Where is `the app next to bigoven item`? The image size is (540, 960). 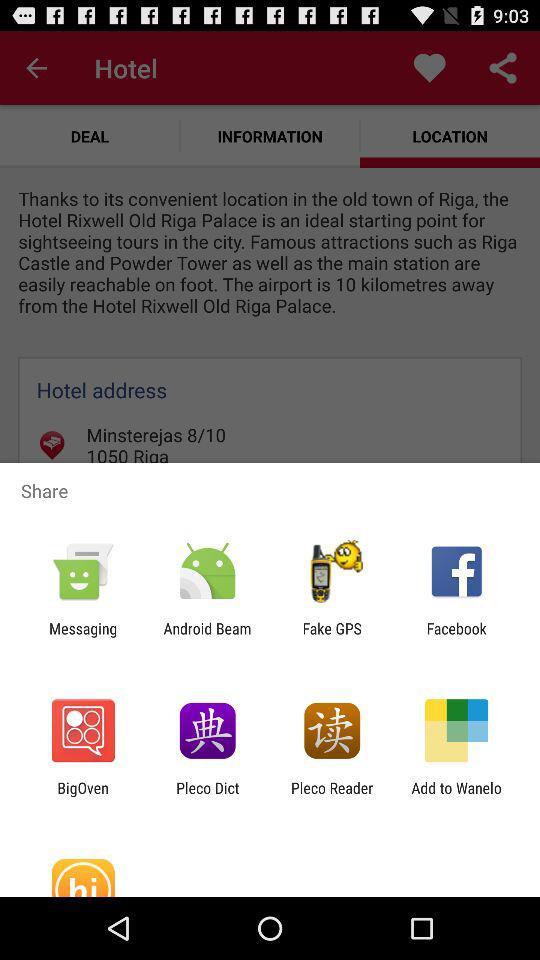
the app next to bigoven item is located at coordinates (206, 796).